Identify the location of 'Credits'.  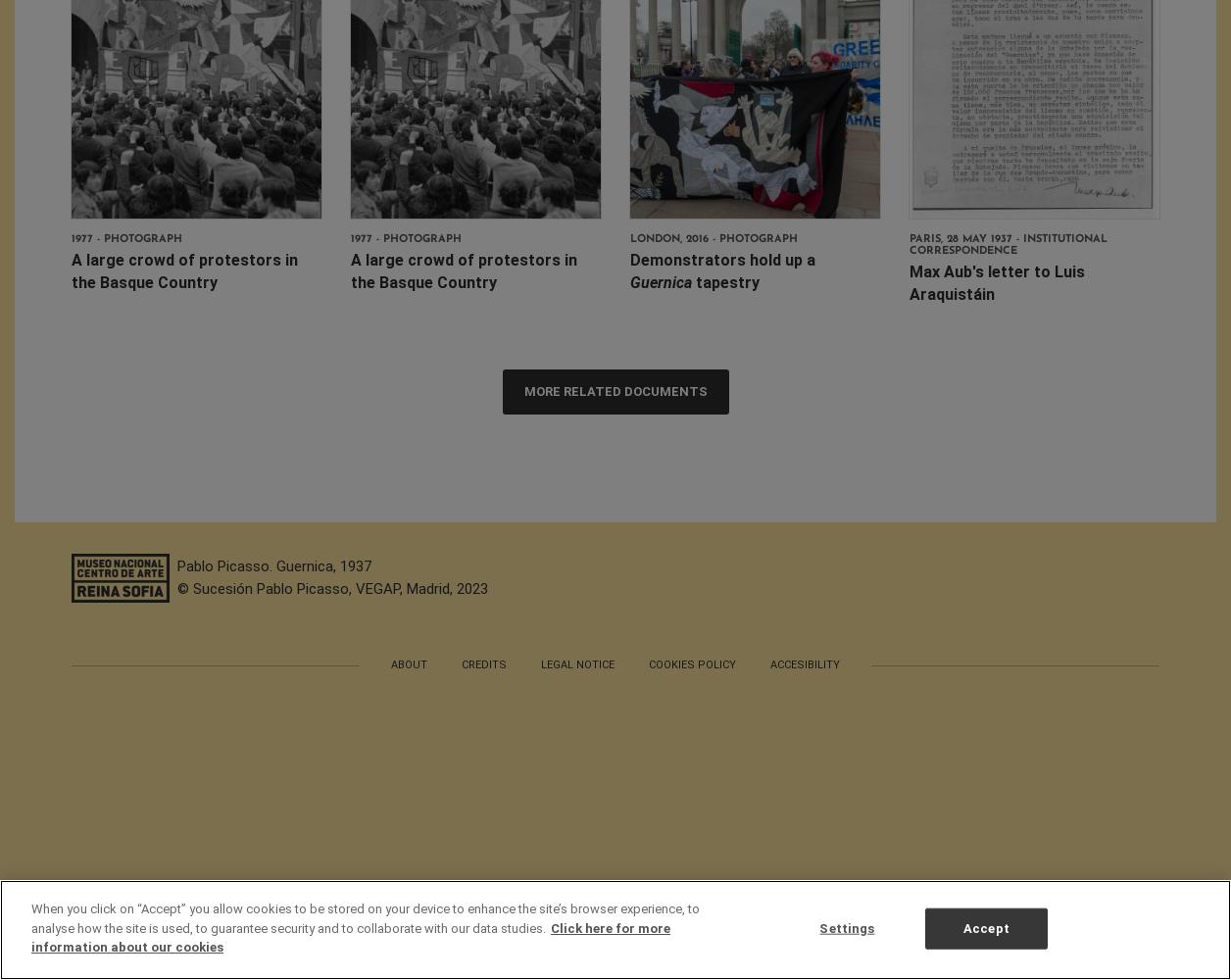
(482, 663).